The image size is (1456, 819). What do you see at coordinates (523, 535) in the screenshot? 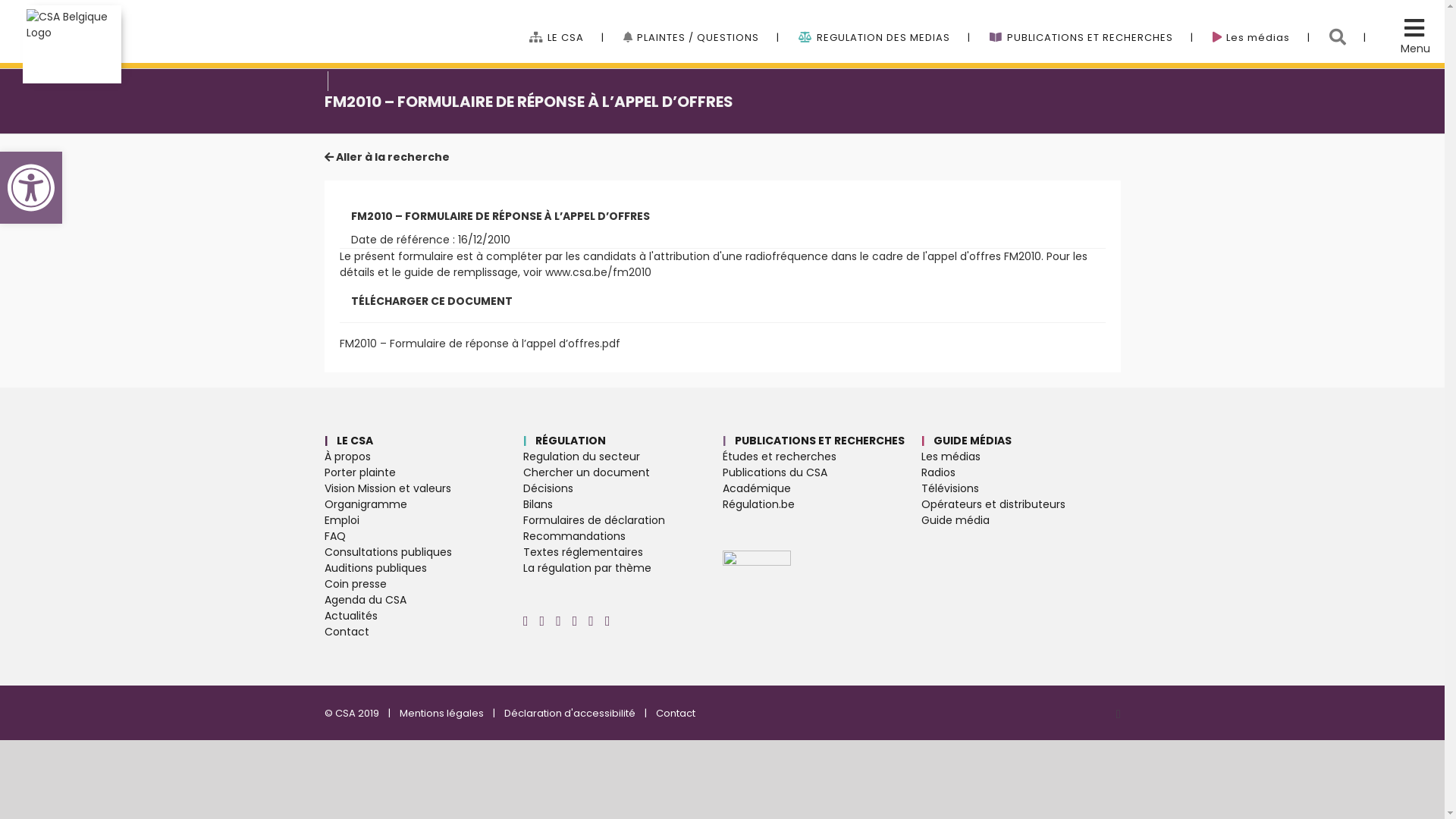
I see `'Recommandations'` at bounding box center [523, 535].